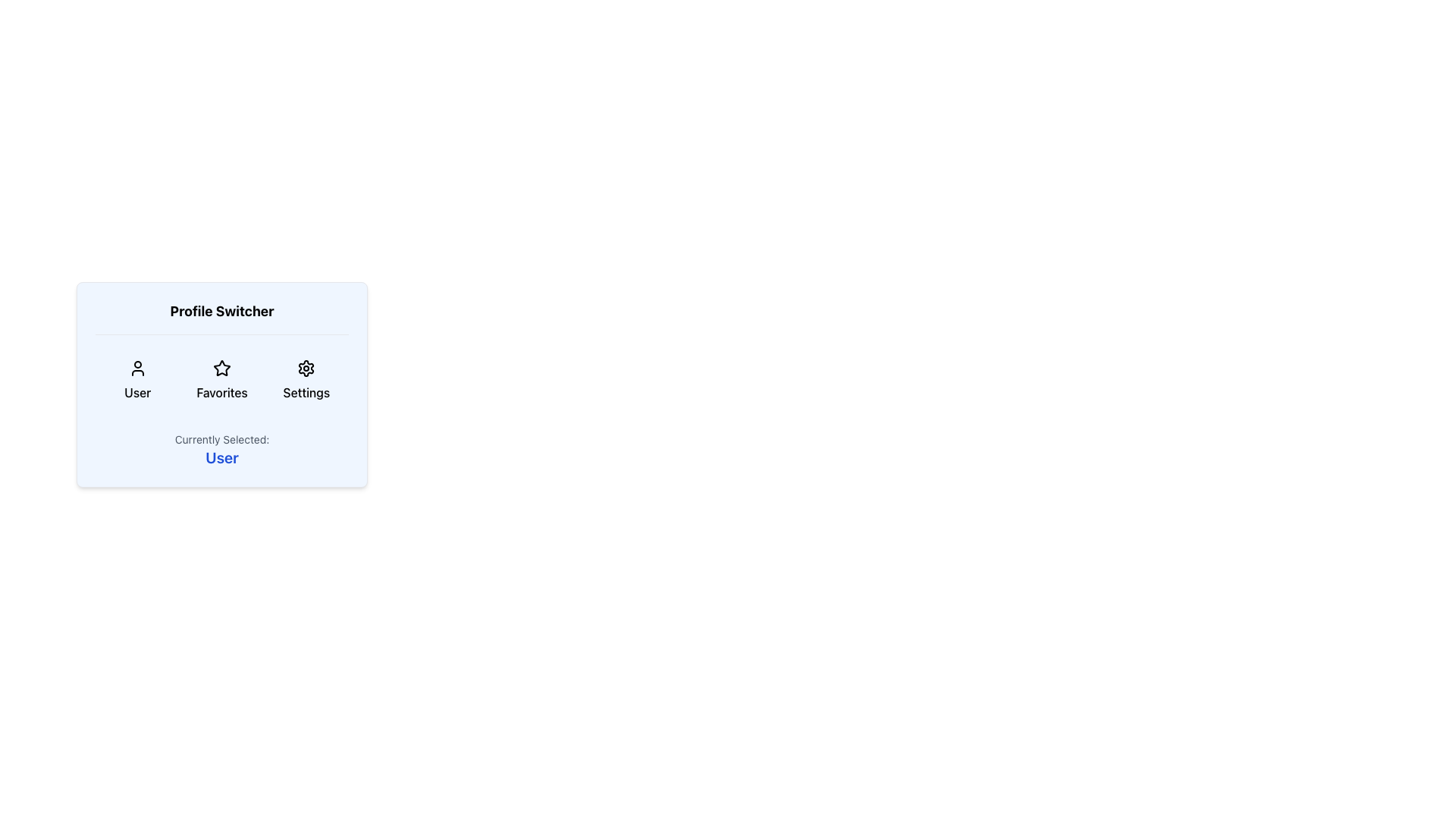  Describe the element at coordinates (221, 379) in the screenshot. I see `the 'Favorites' button, which features a star-shaped icon and a label reading 'Favorites'` at that location.